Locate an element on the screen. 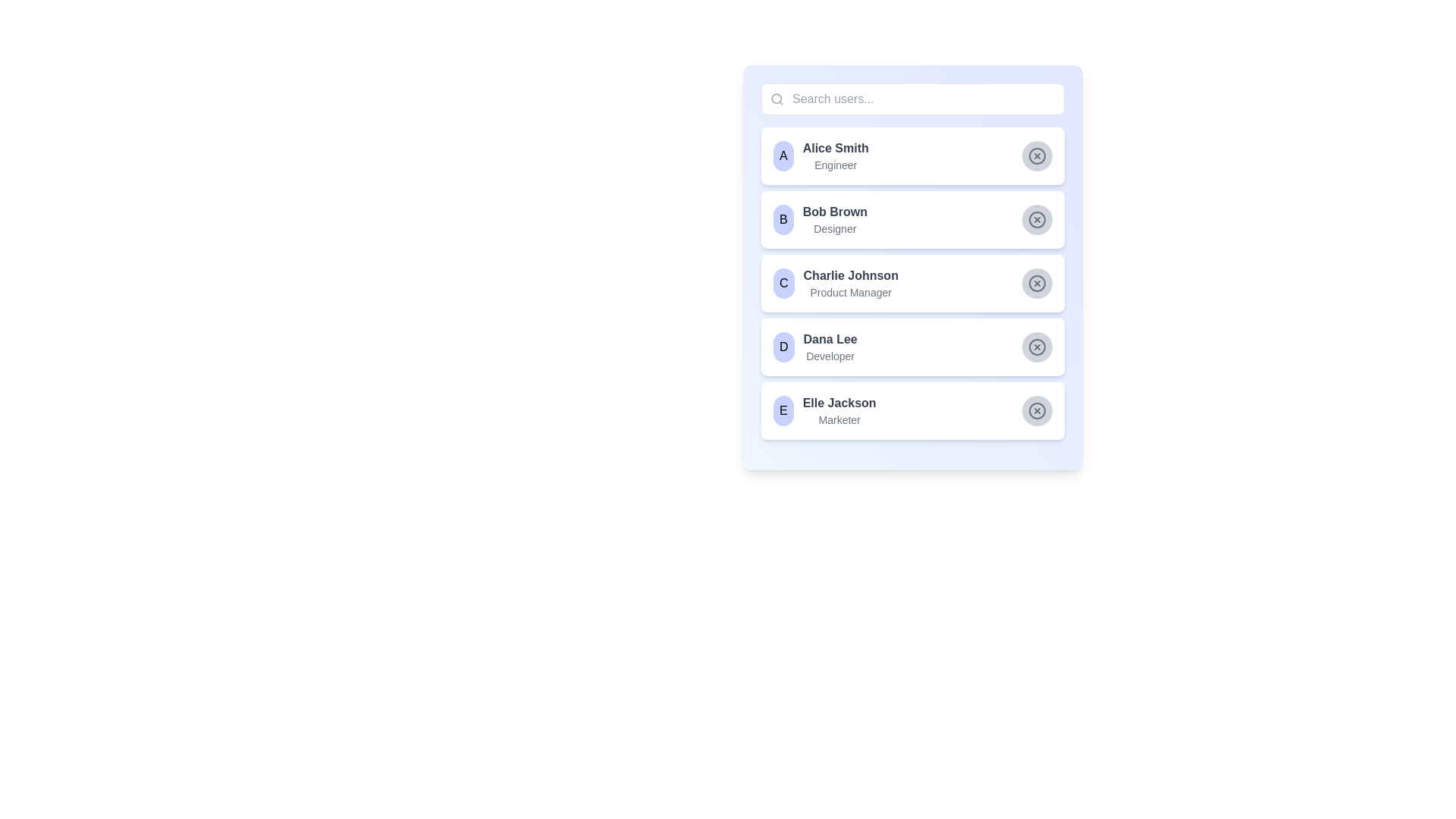 The width and height of the screenshot is (1456, 819). the label displaying the text 'Dana Lee' in the fourth list item of the user selection panel is located at coordinates (830, 338).